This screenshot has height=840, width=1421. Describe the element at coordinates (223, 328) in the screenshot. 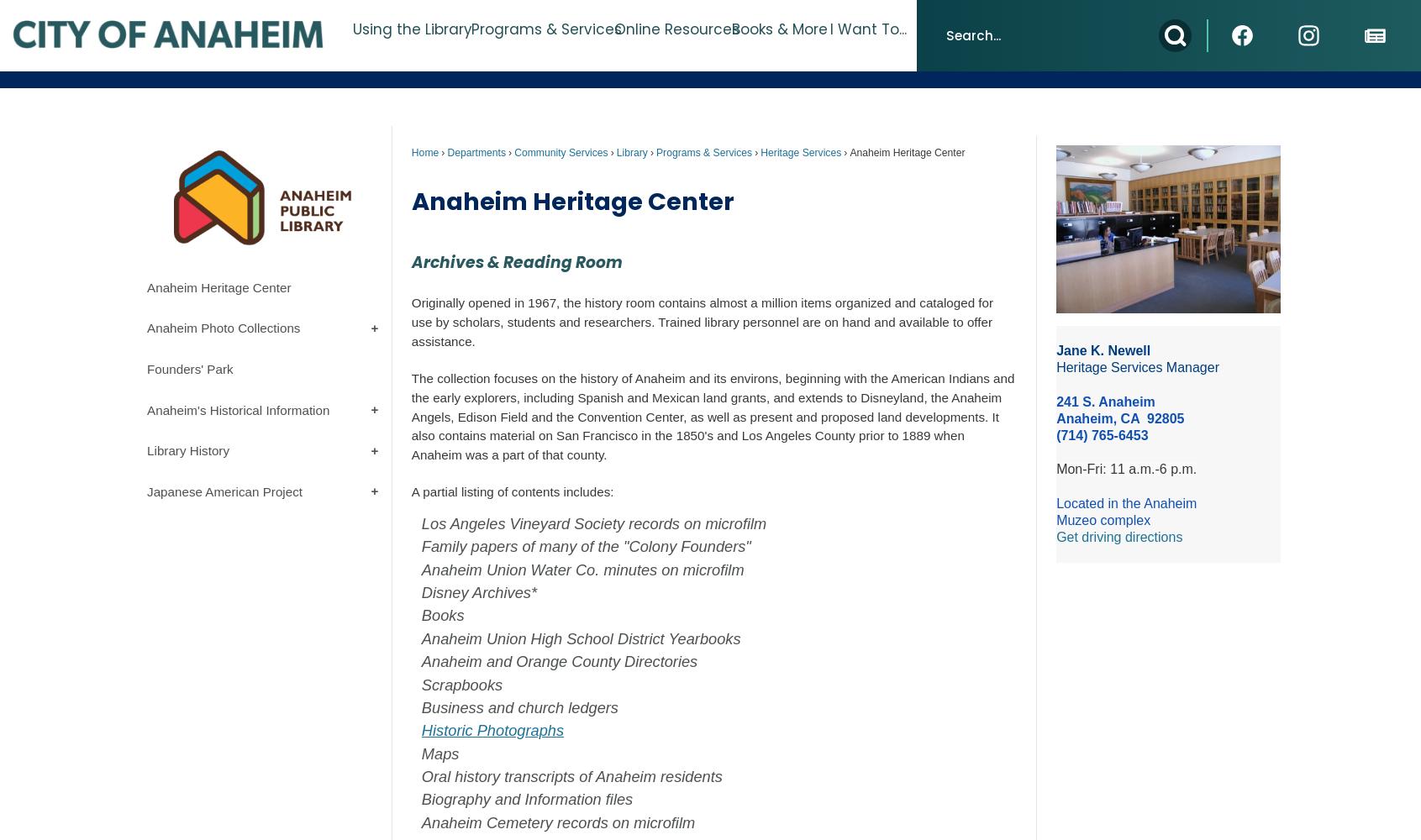

I see `'Anaheim Photo Collections'` at that location.